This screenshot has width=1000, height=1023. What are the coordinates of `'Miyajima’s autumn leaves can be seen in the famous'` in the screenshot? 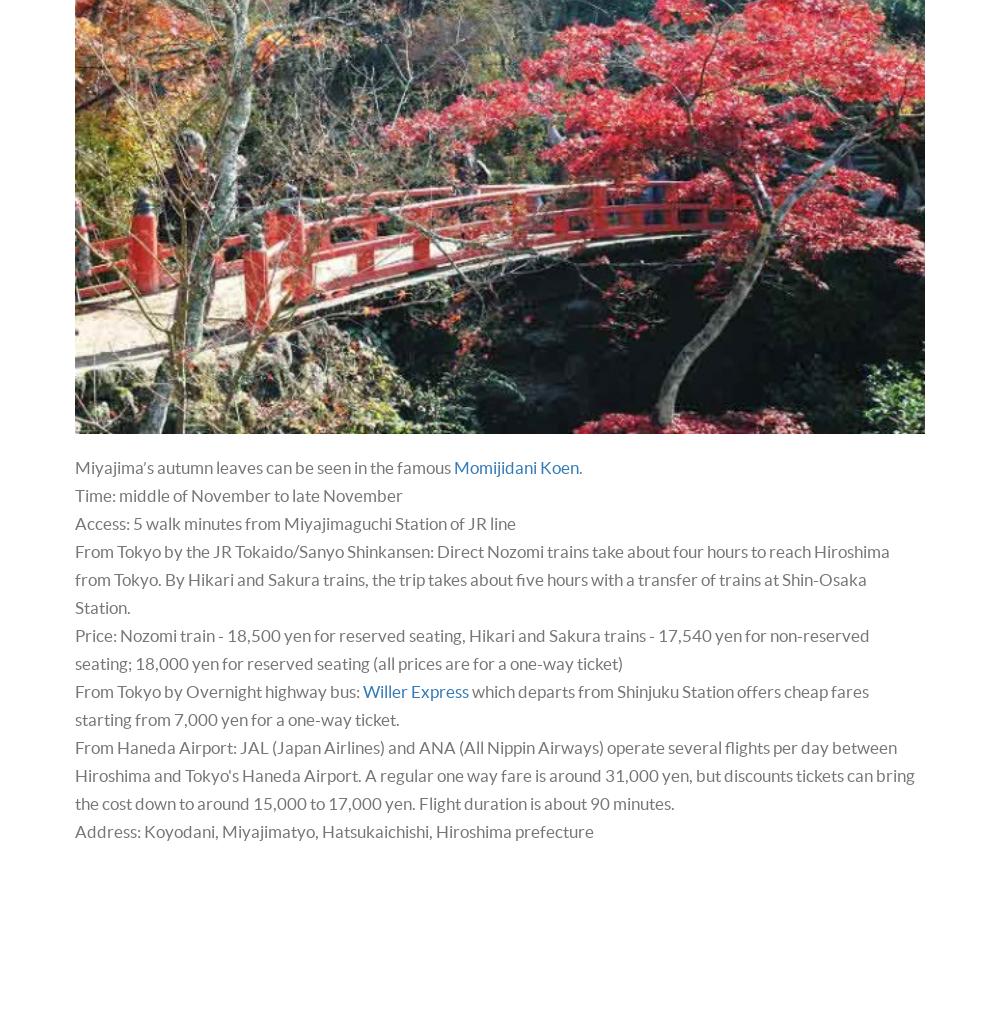 It's located at (264, 466).